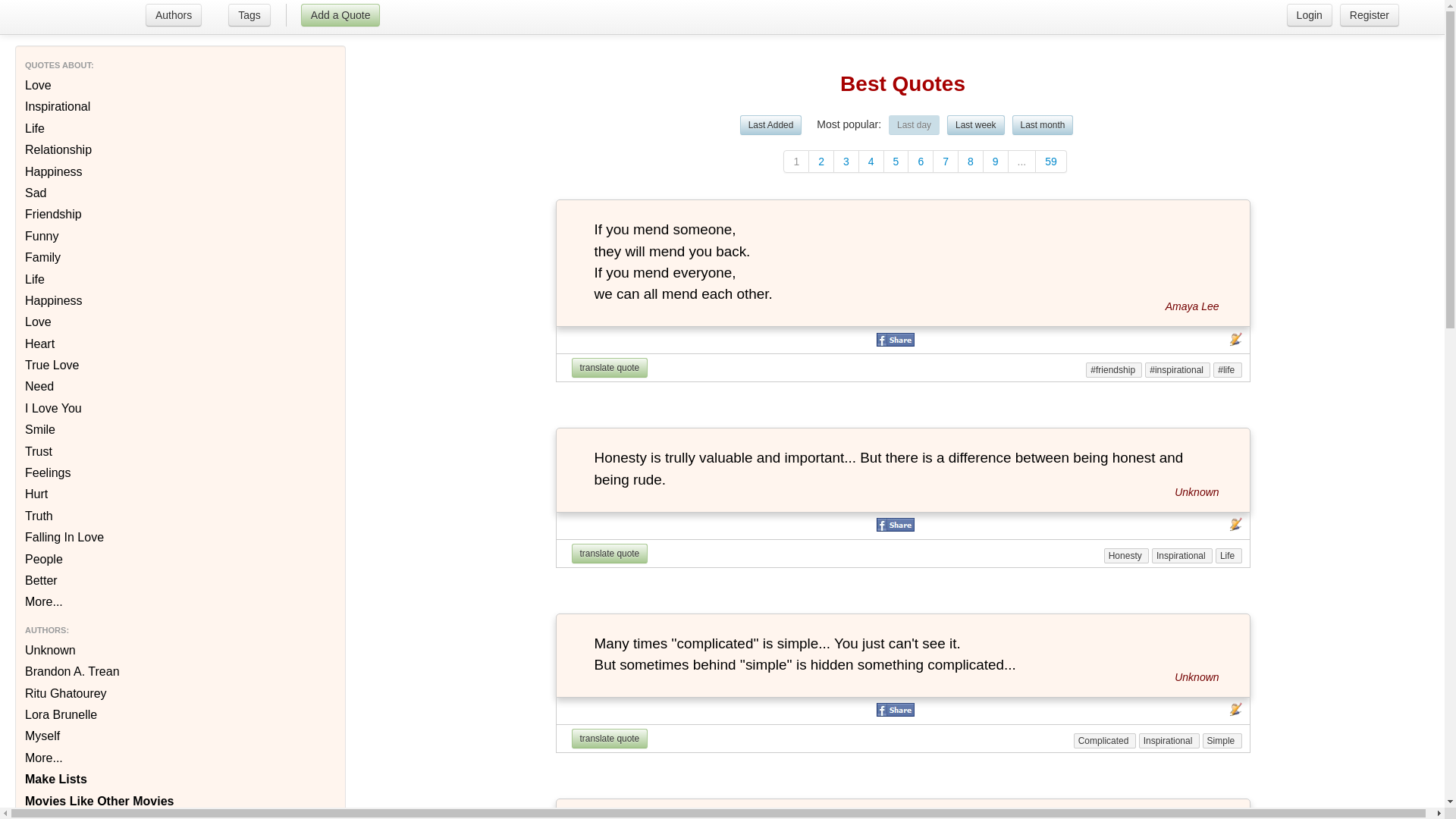 The height and width of the screenshot is (819, 1456). Describe the element at coordinates (14, 671) in the screenshot. I see `'Brandon A. Trean'` at that location.